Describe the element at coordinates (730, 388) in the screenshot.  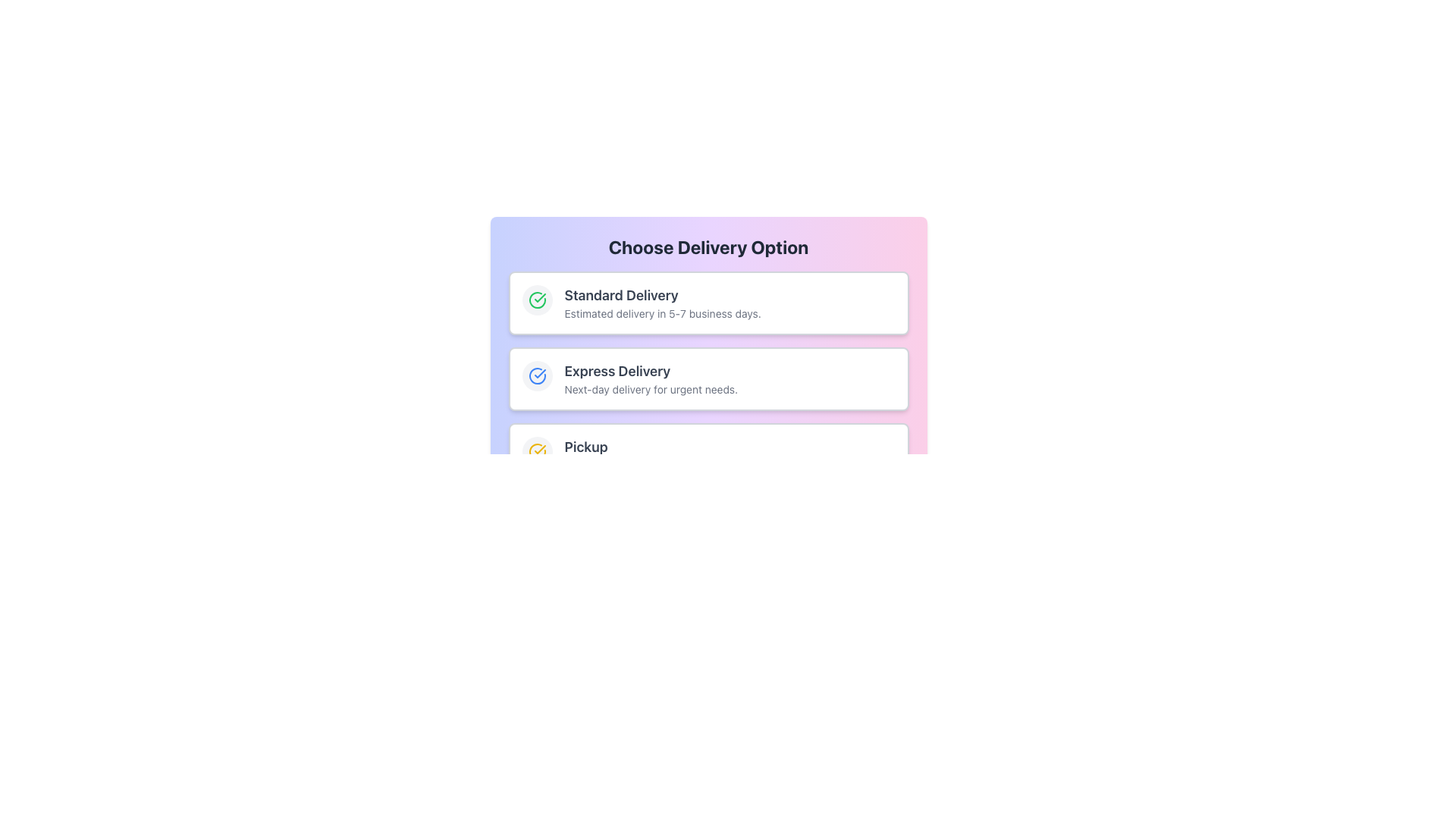
I see `text line that states 'Next-day delivery for urgent needs.' which is styled in smaller gray font and is located below the bold heading 'Express Delivery'` at that location.